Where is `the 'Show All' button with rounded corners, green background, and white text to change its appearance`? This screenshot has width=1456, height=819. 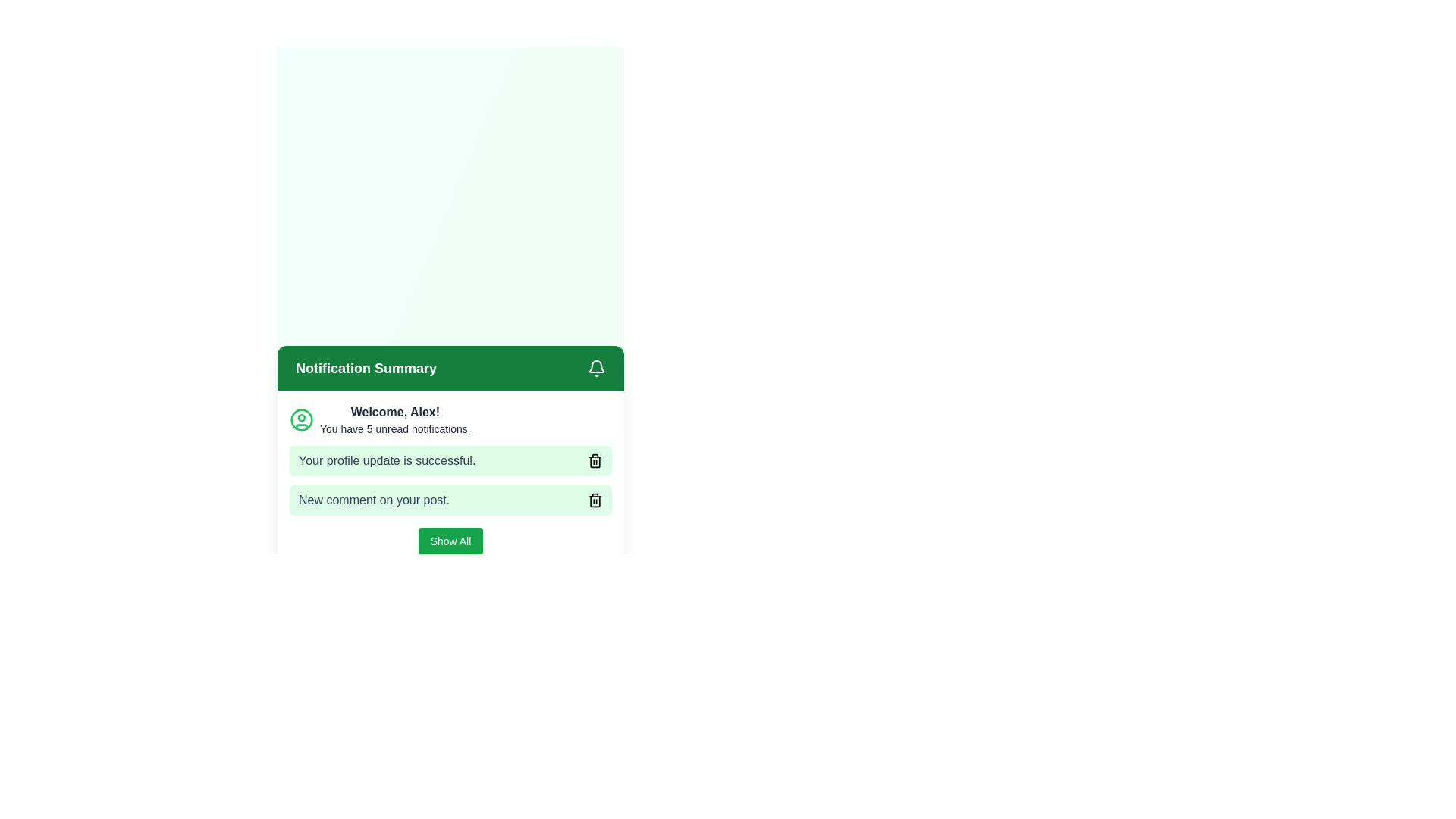
the 'Show All' button with rounded corners, green background, and white text to change its appearance is located at coordinates (450, 540).